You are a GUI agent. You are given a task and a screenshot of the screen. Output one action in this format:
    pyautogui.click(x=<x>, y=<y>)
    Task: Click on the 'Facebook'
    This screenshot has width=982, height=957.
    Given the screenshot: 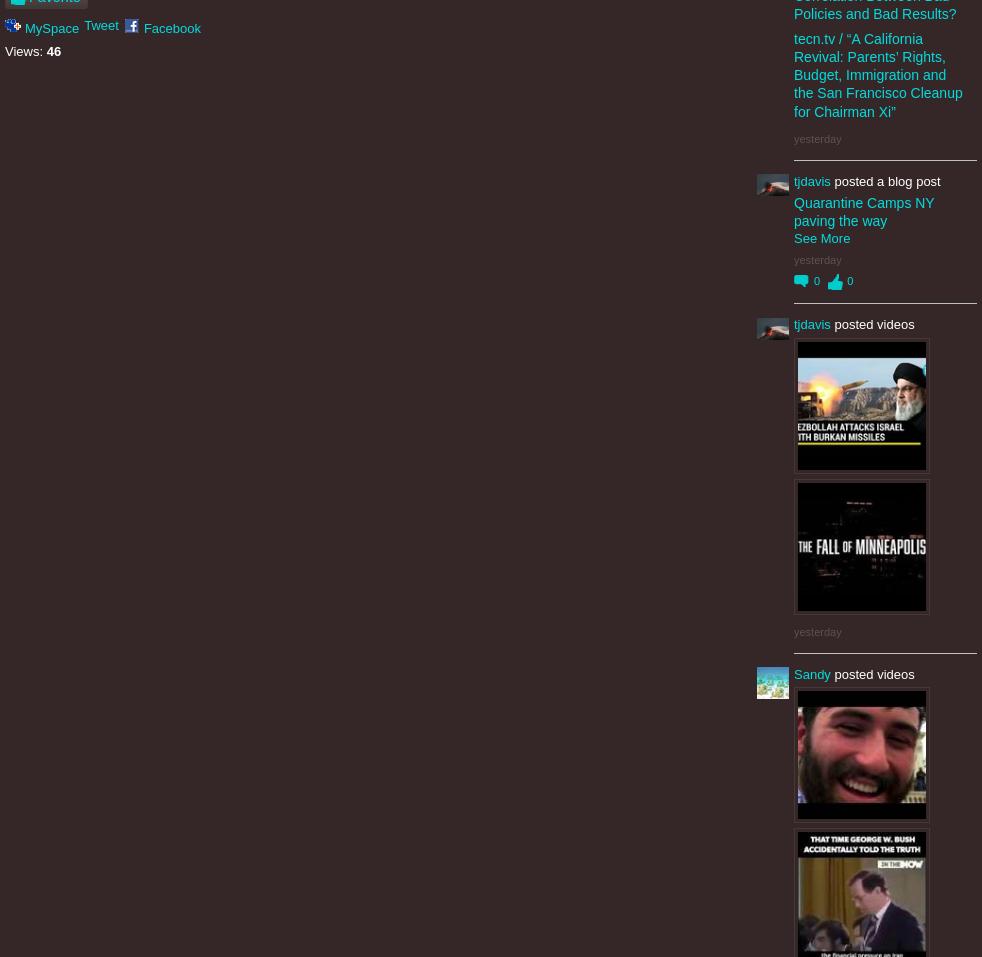 What is the action you would take?
    pyautogui.click(x=170, y=26)
    